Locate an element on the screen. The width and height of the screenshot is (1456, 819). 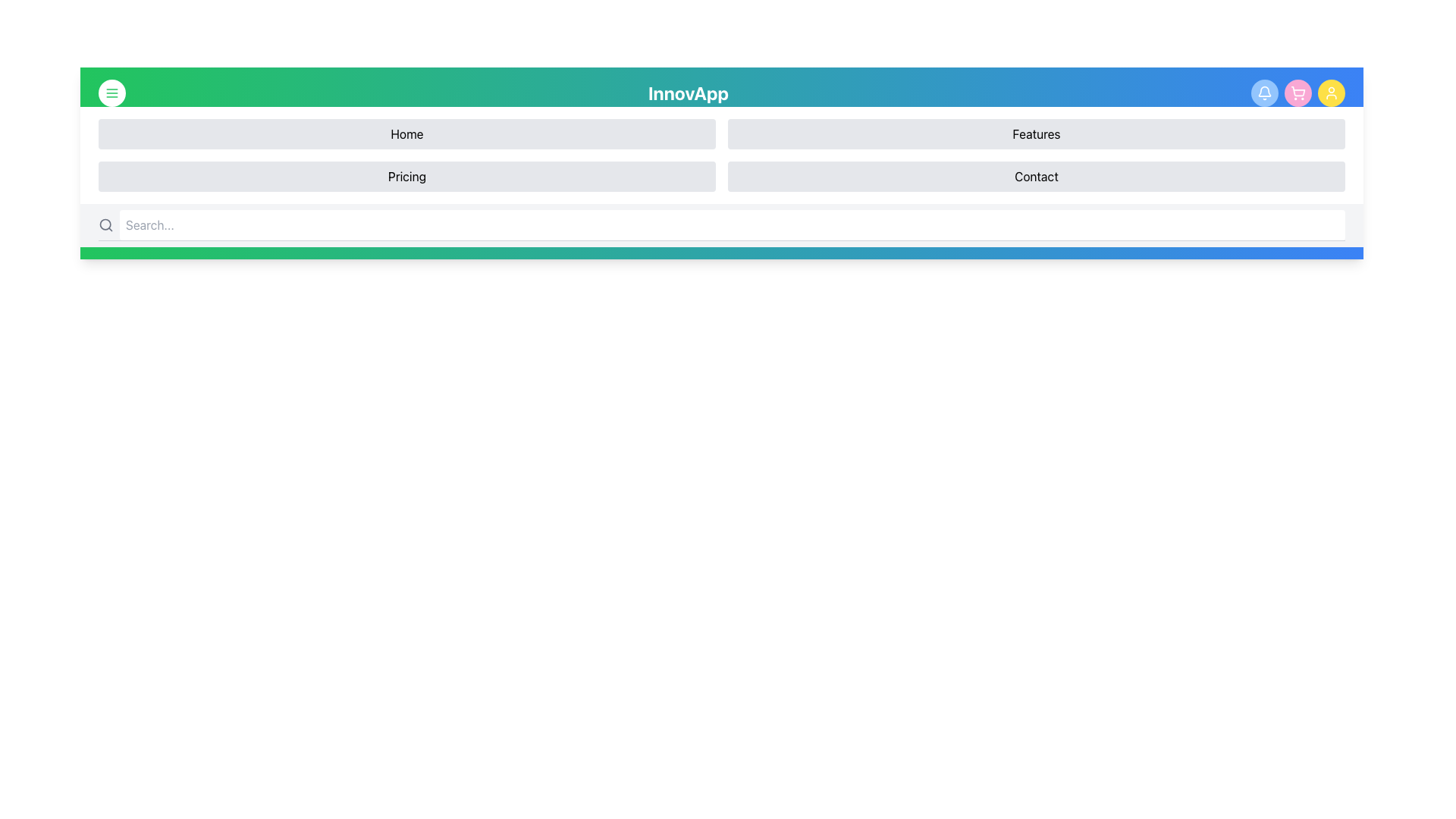
the 'Home' button, which is a rectangular button with rounded corners and a gray background is located at coordinates (407, 133).